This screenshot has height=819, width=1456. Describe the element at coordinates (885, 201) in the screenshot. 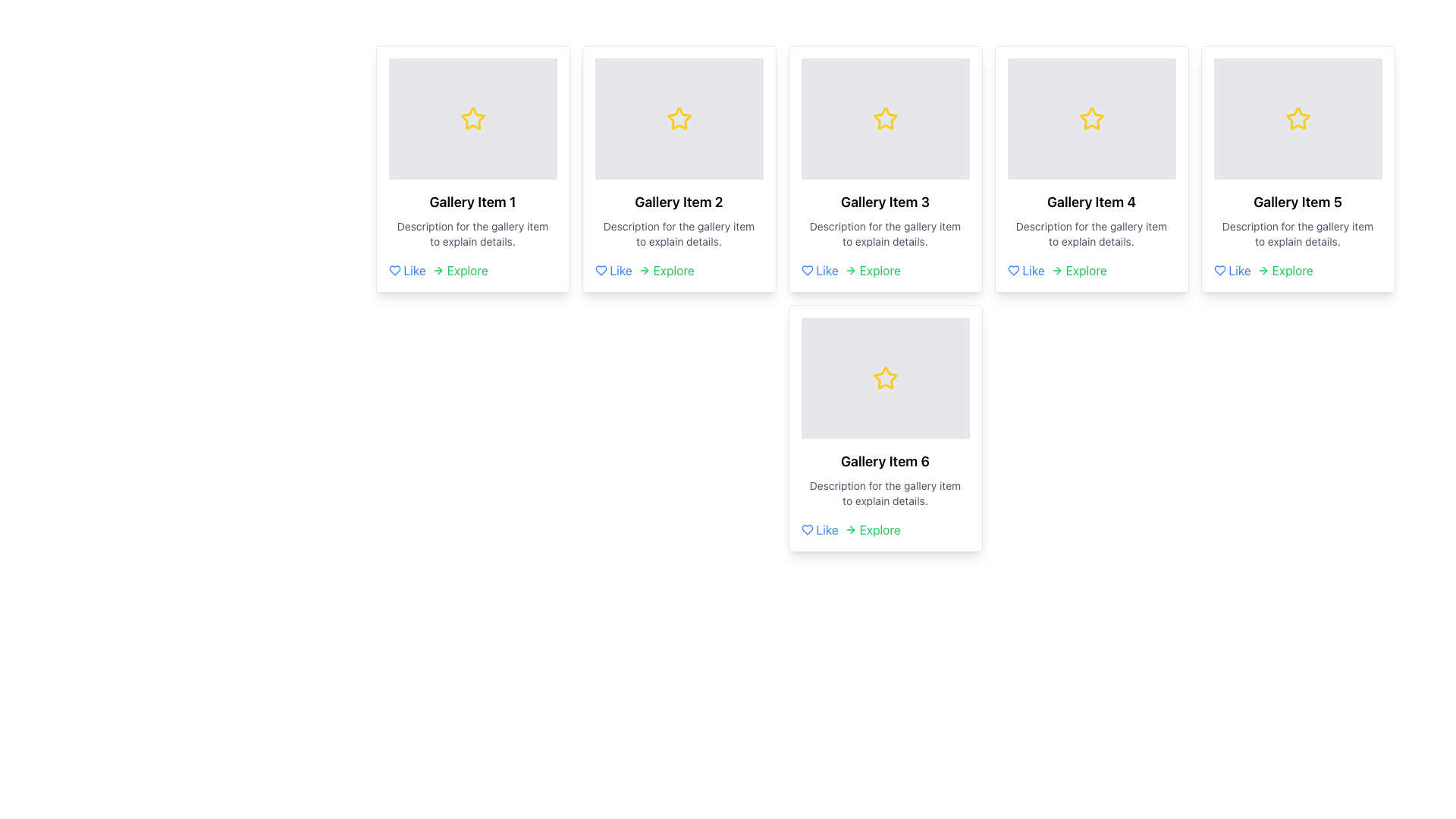

I see `the text label that reads 'Gallery Item 3', which is styled in a larger and bold font and located in the middle card of the top row in a grid layout` at that location.